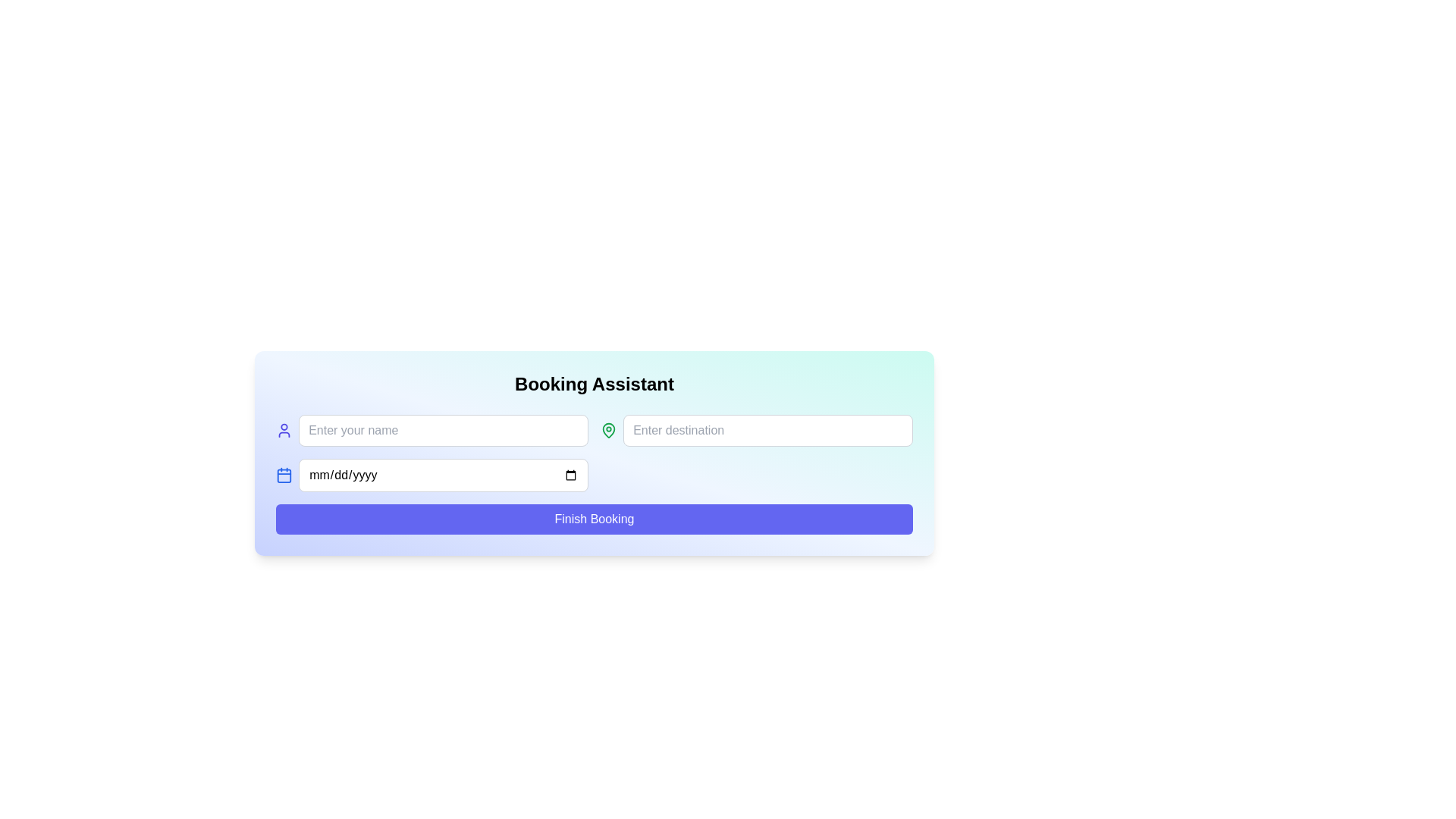 The width and height of the screenshot is (1456, 819). I want to click on the 'Finish Booking' button with a purple background located at the bottom of the 'Booking Assistant' form to trigger the hover effect that changes its background color to a darker purple, so click(593, 519).